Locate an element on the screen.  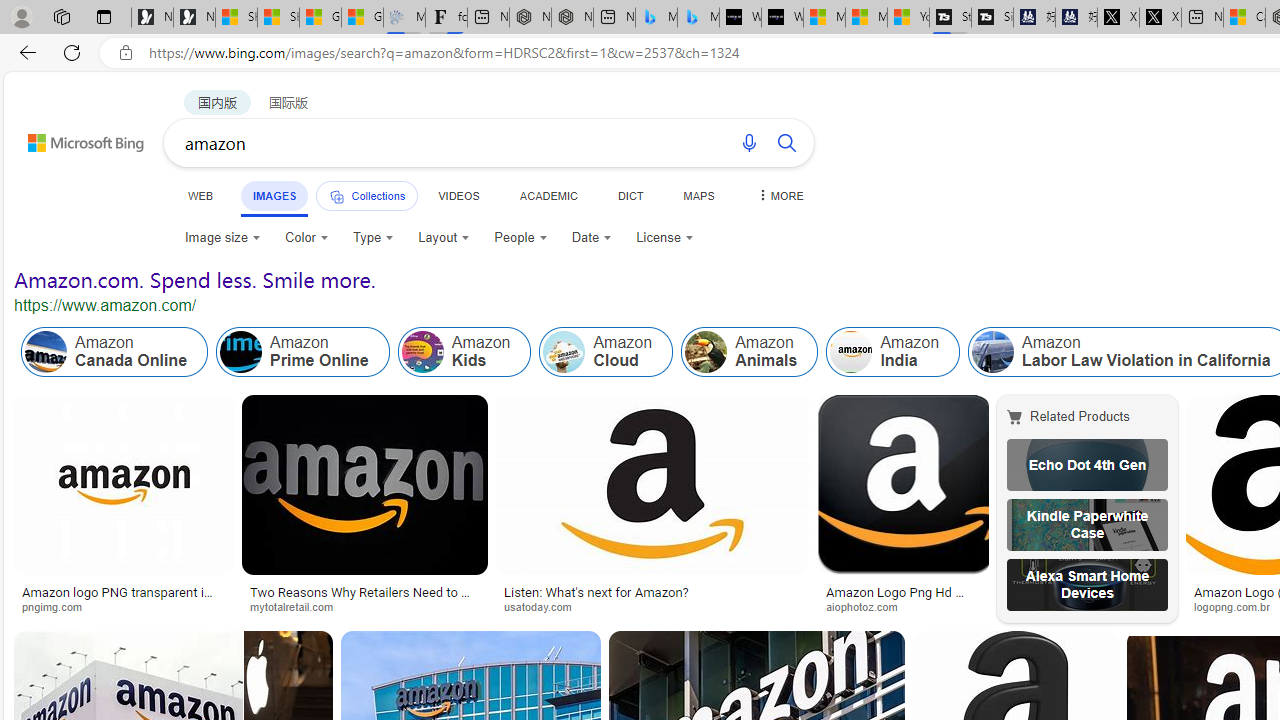
'Listen: What' is located at coordinates (657, 508).